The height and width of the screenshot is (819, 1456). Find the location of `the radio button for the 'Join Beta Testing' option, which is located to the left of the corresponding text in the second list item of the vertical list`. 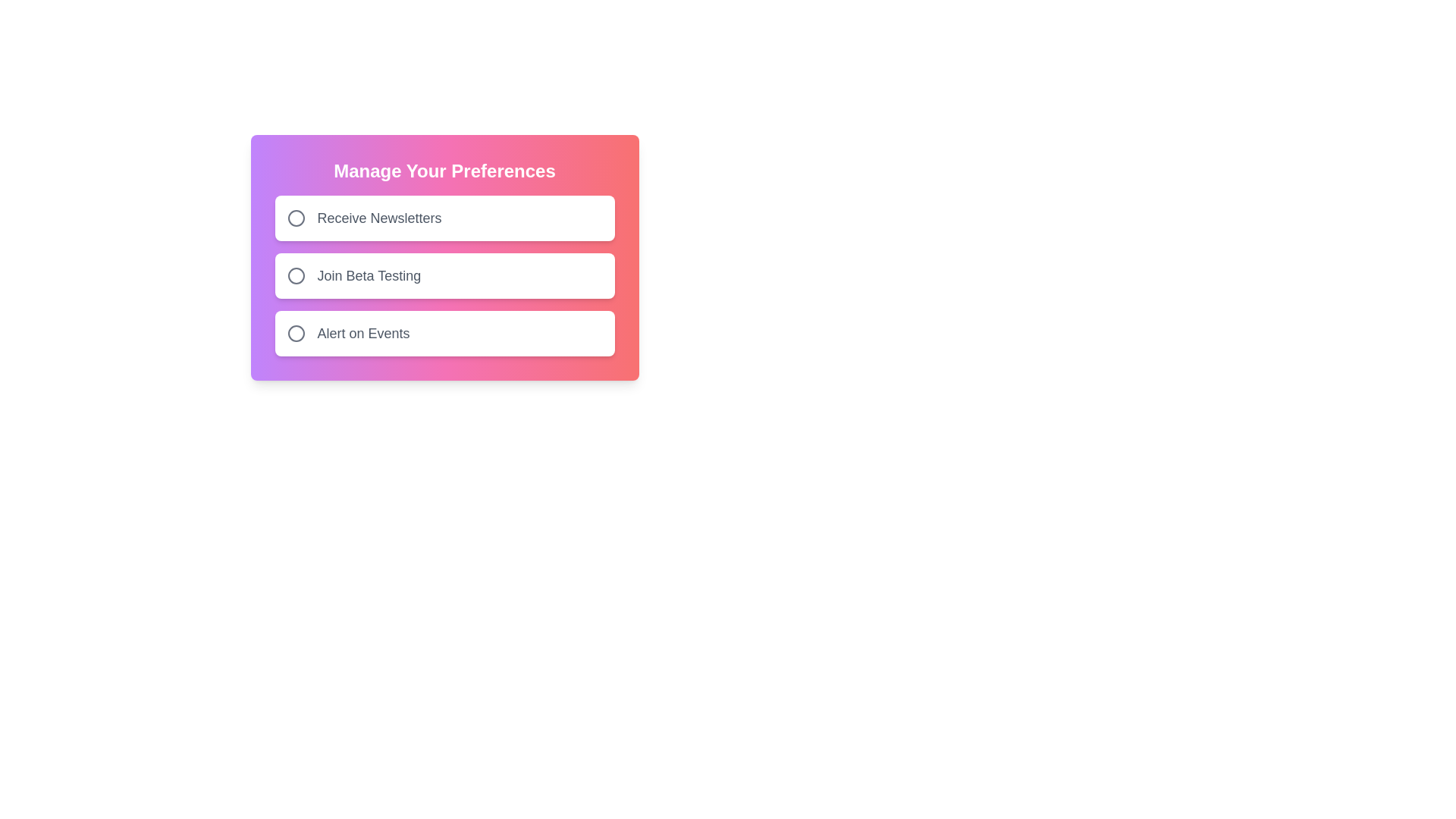

the radio button for the 'Join Beta Testing' option, which is located to the left of the corresponding text in the second list item of the vertical list is located at coordinates (296, 275).